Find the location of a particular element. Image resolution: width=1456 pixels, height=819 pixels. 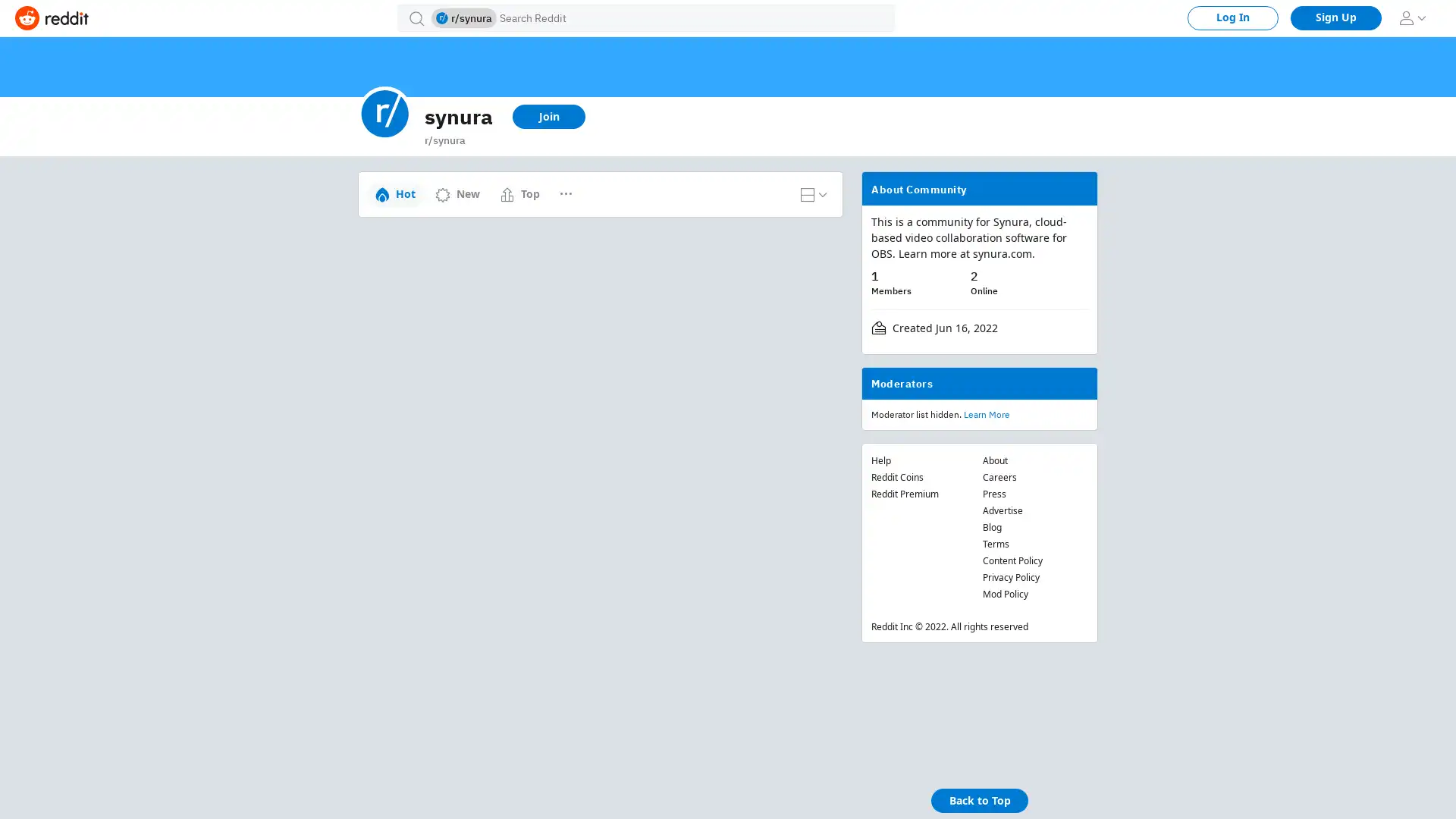

Sign Up is located at coordinates (1335, 17).